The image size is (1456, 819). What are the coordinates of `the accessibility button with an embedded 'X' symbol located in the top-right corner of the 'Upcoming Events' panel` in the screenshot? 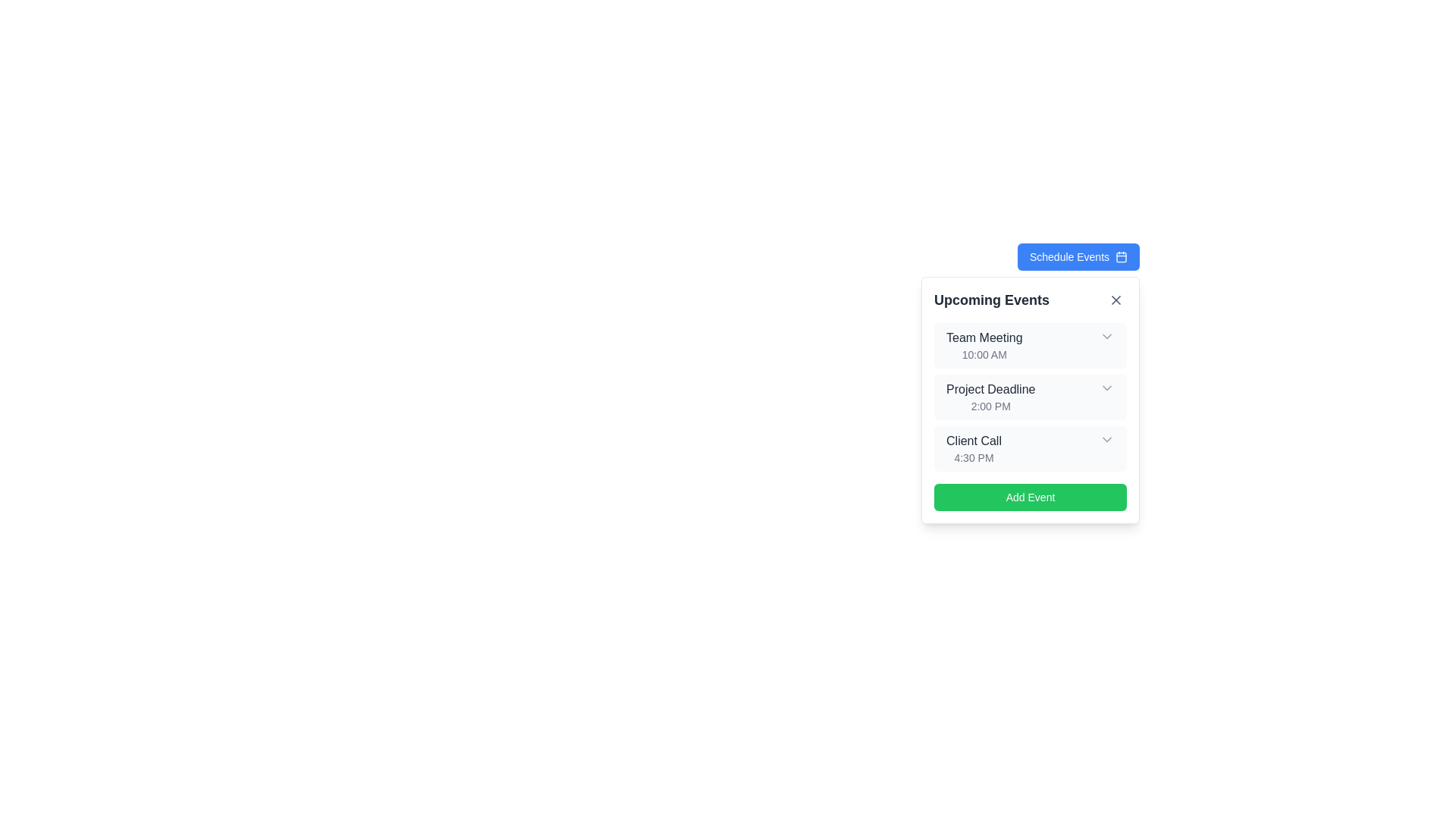 It's located at (1116, 300).